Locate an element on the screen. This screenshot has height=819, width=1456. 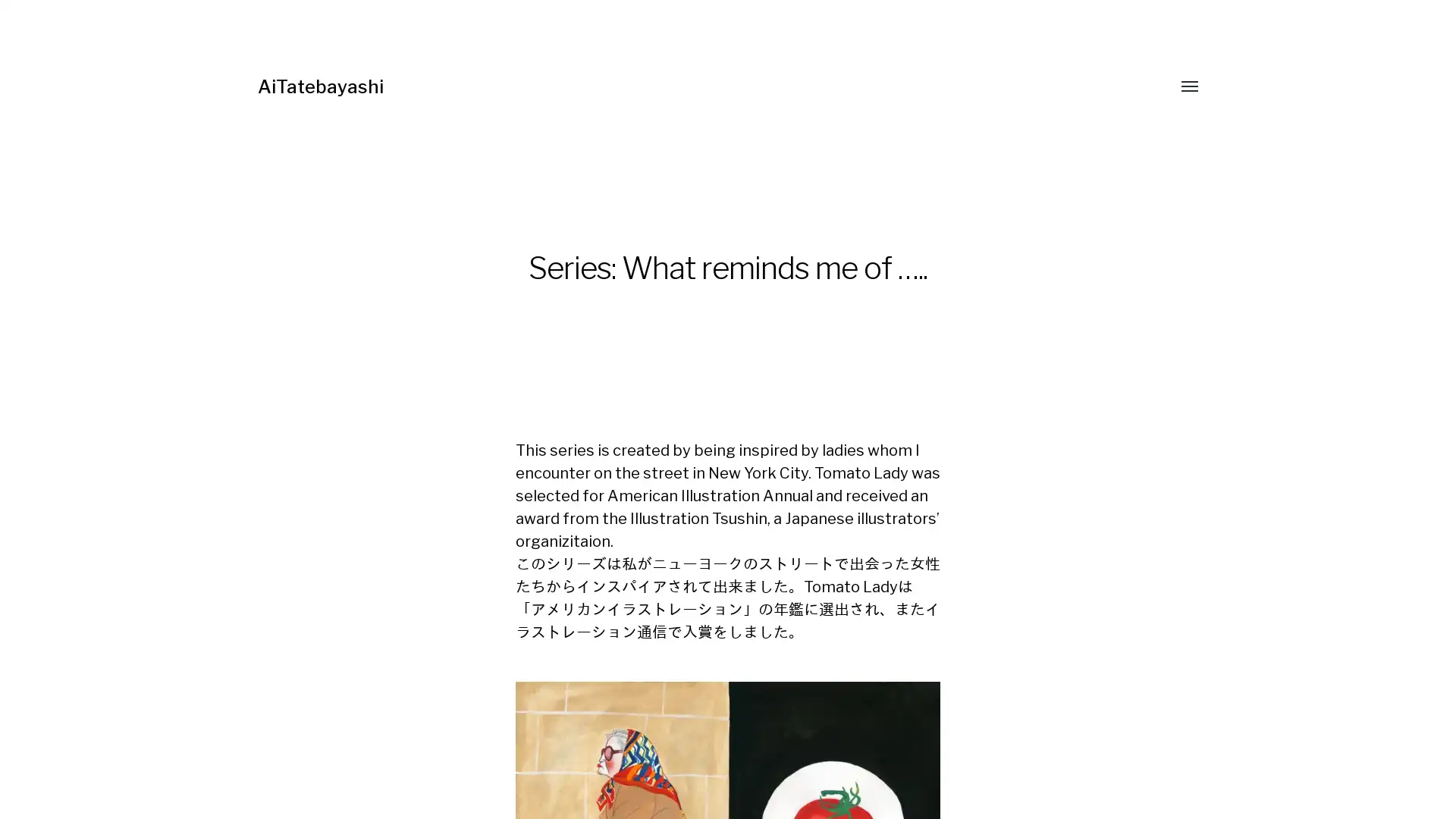
Toggle menu is located at coordinates (1178, 86).